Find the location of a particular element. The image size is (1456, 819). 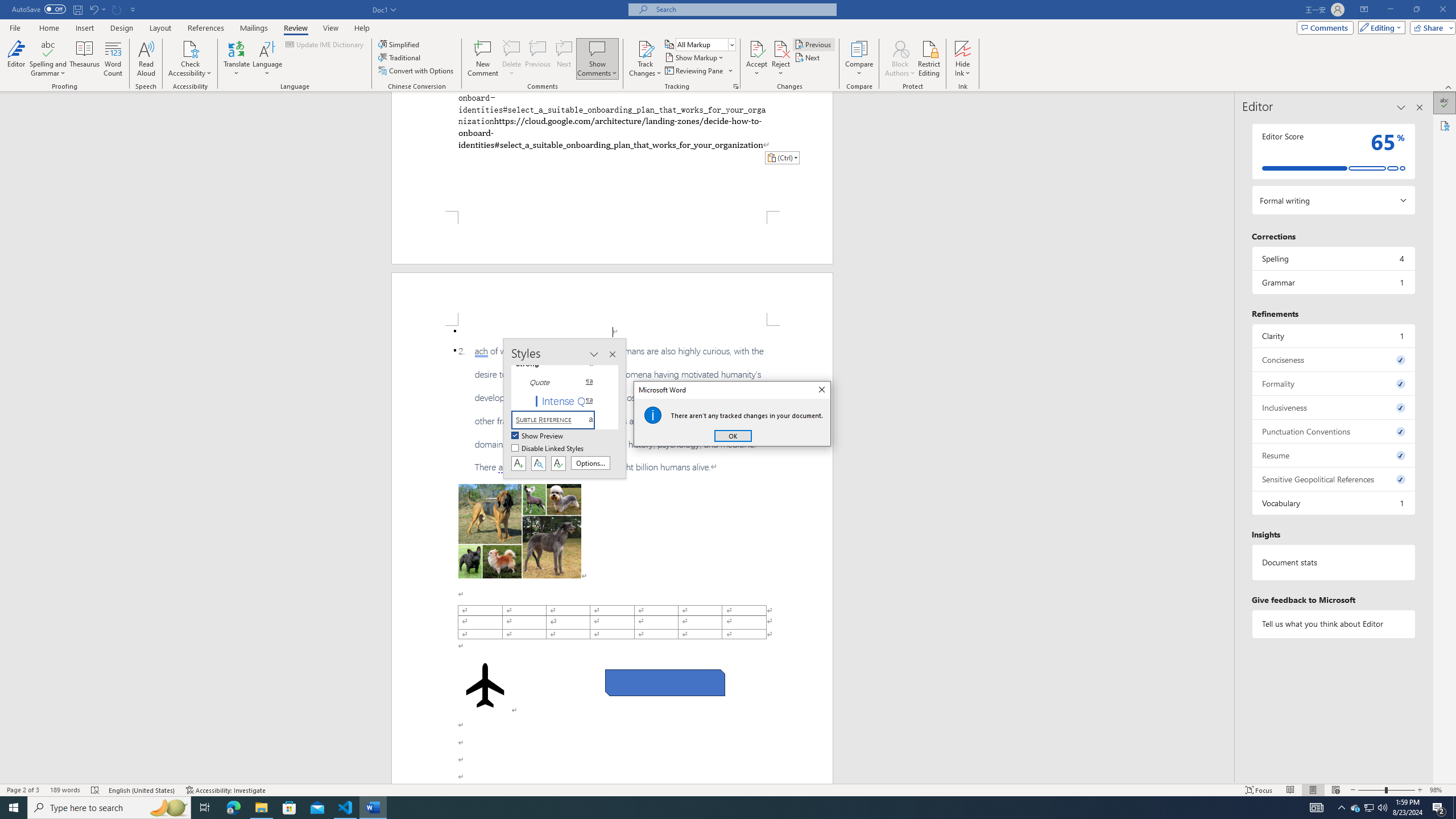

'Document statistics' is located at coordinates (1333, 562).